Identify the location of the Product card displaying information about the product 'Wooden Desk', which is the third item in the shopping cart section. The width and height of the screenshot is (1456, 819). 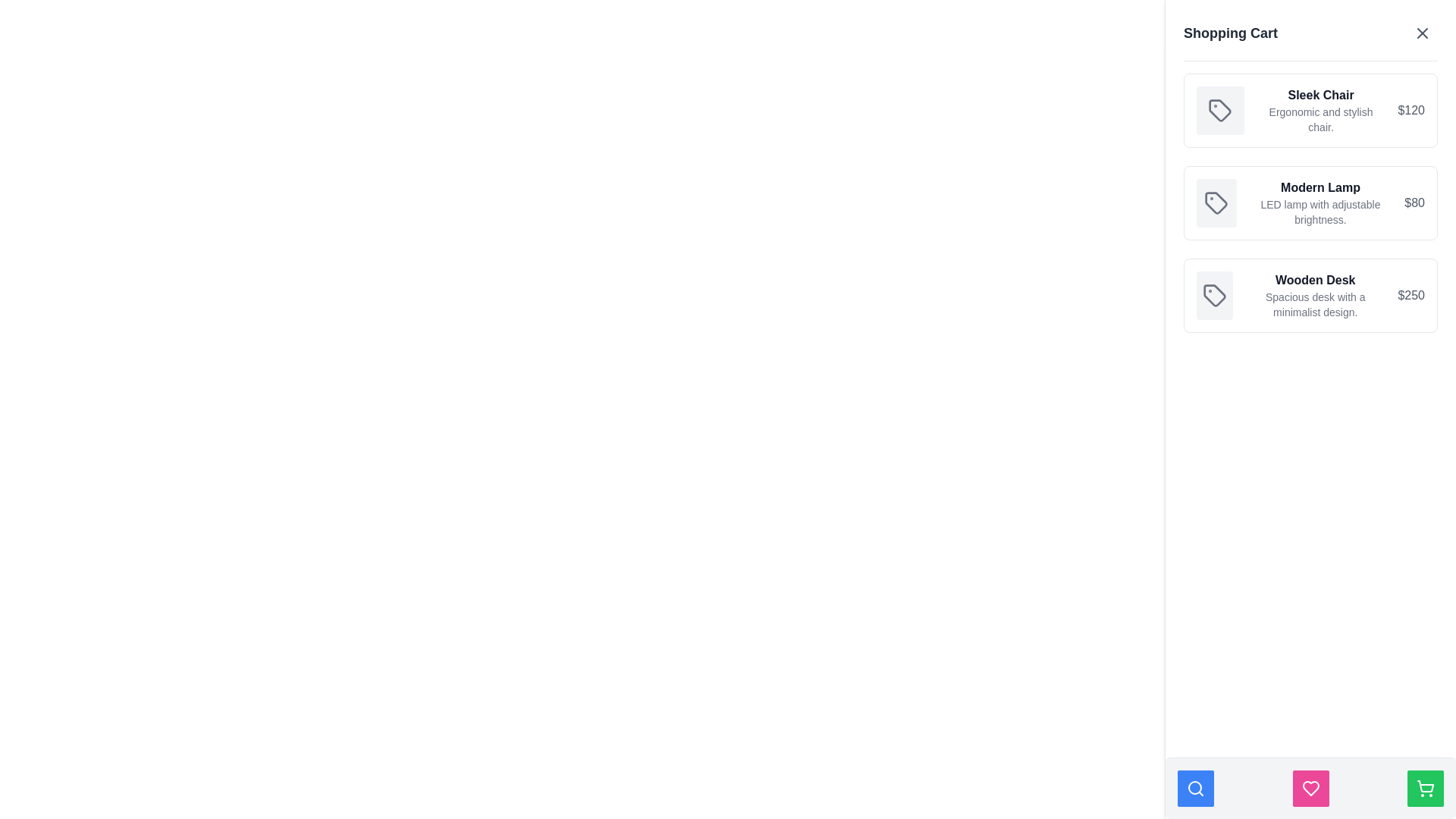
(1310, 295).